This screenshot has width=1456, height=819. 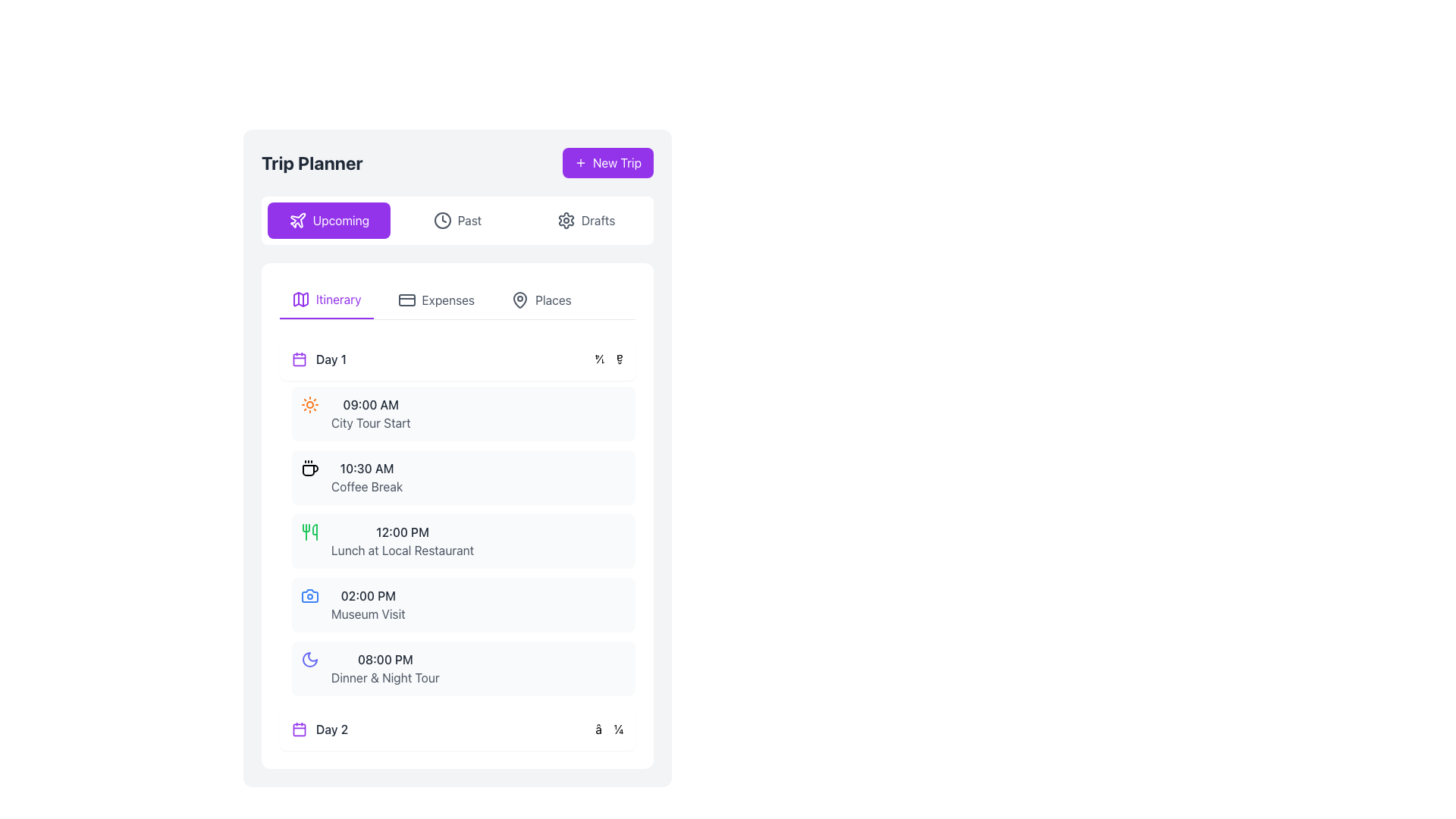 I want to click on the 'Expenses' menu option text label, so click(x=447, y=300).